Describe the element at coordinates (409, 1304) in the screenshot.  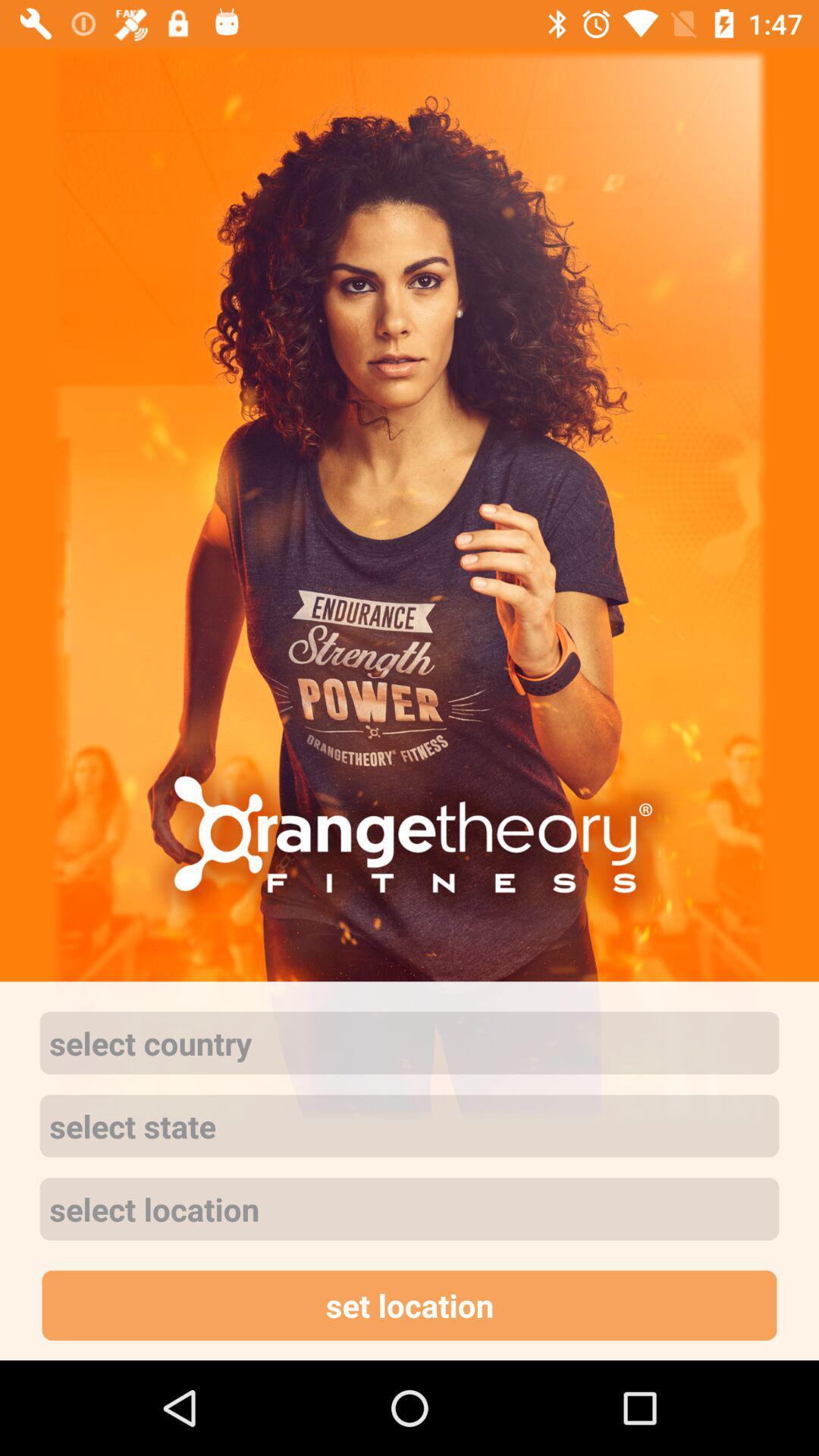
I see `the set location` at that location.